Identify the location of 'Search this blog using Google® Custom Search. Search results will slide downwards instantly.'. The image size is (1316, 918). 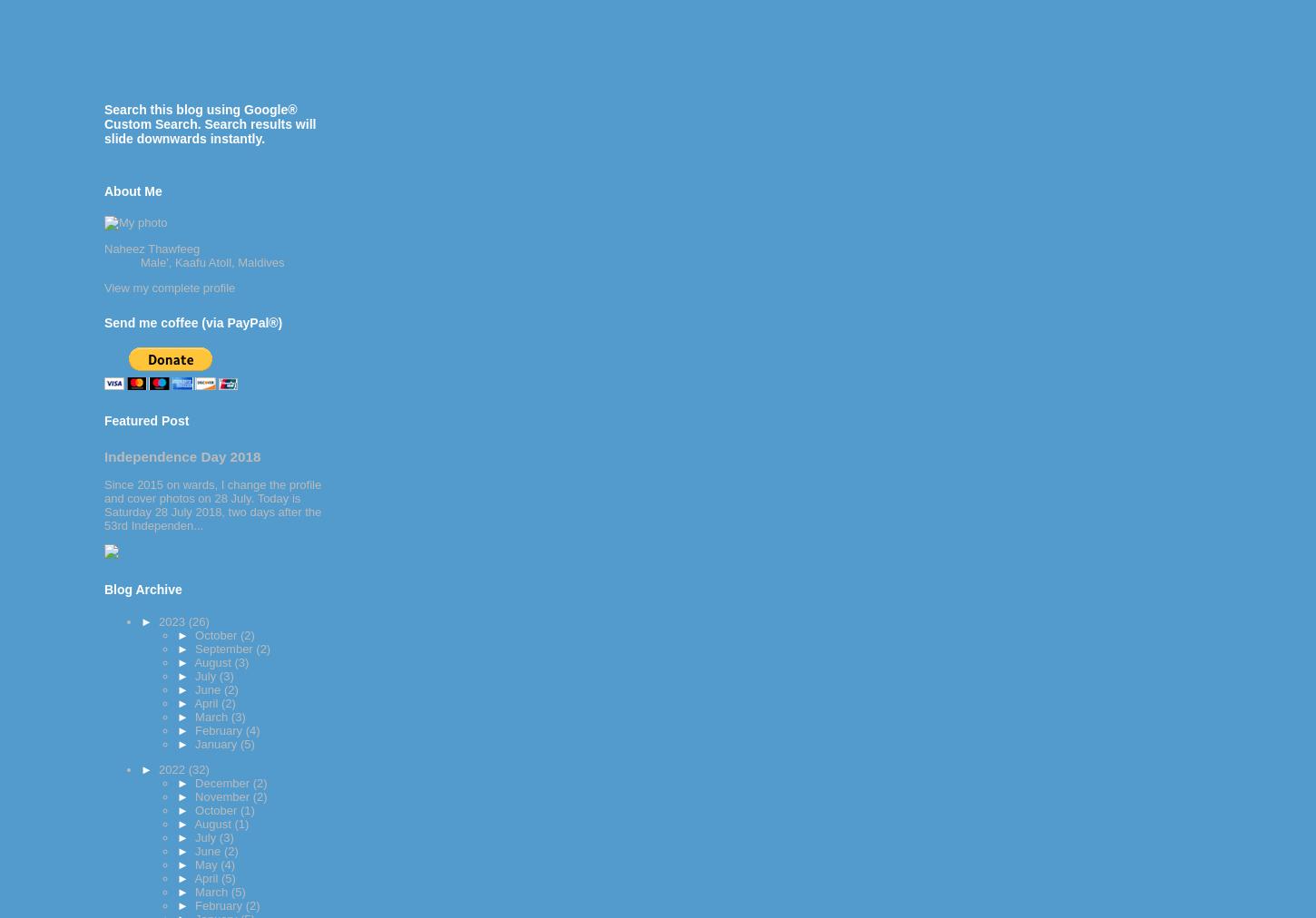
(209, 123).